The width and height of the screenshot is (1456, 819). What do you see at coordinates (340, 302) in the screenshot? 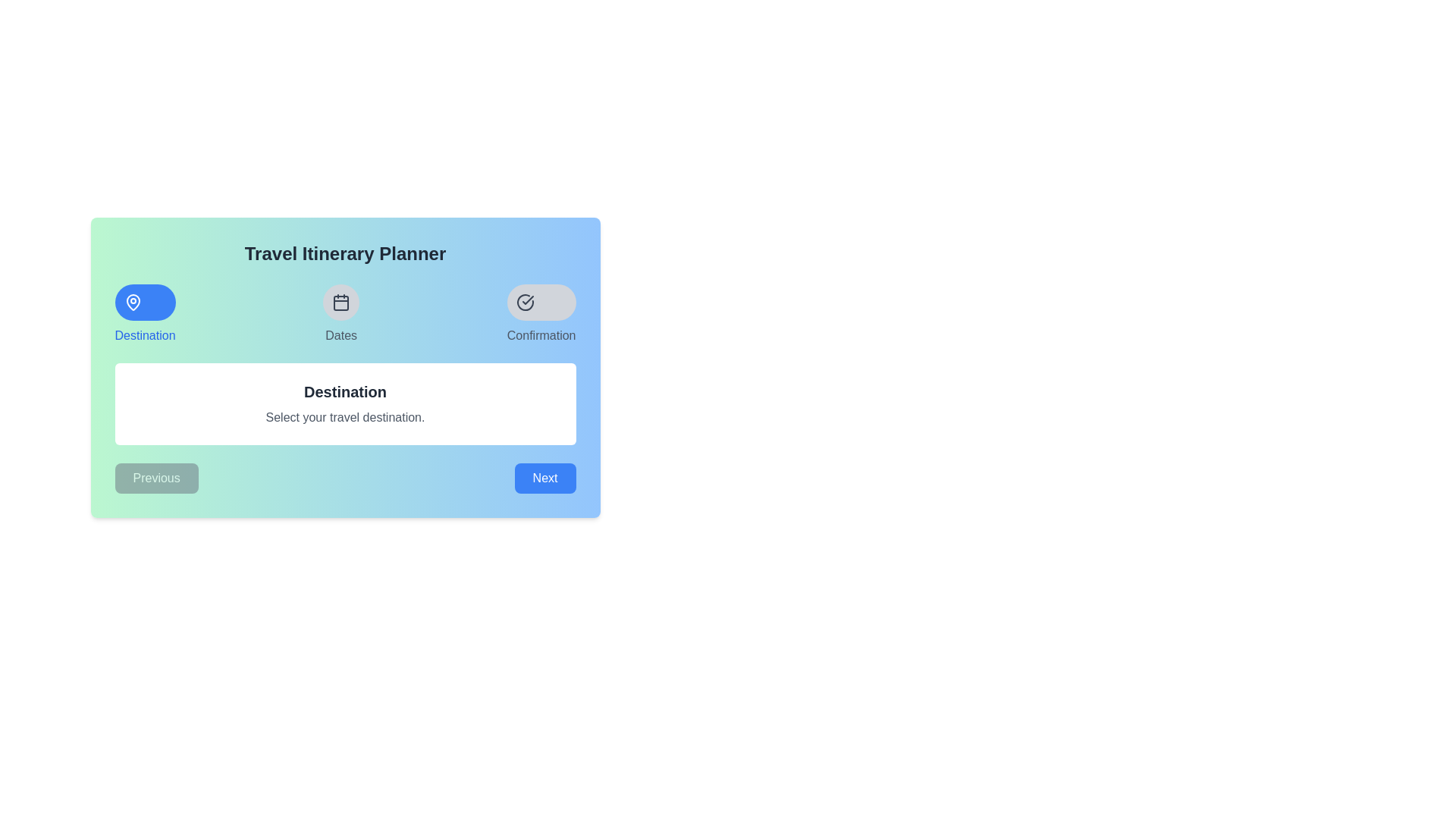
I see `the 'Dates' icon in the travel itinerary planning process, which is positioned between the 'Destination' icon on the left and the 'Confirmation' icon on the right` at bounding box center [340, 302].